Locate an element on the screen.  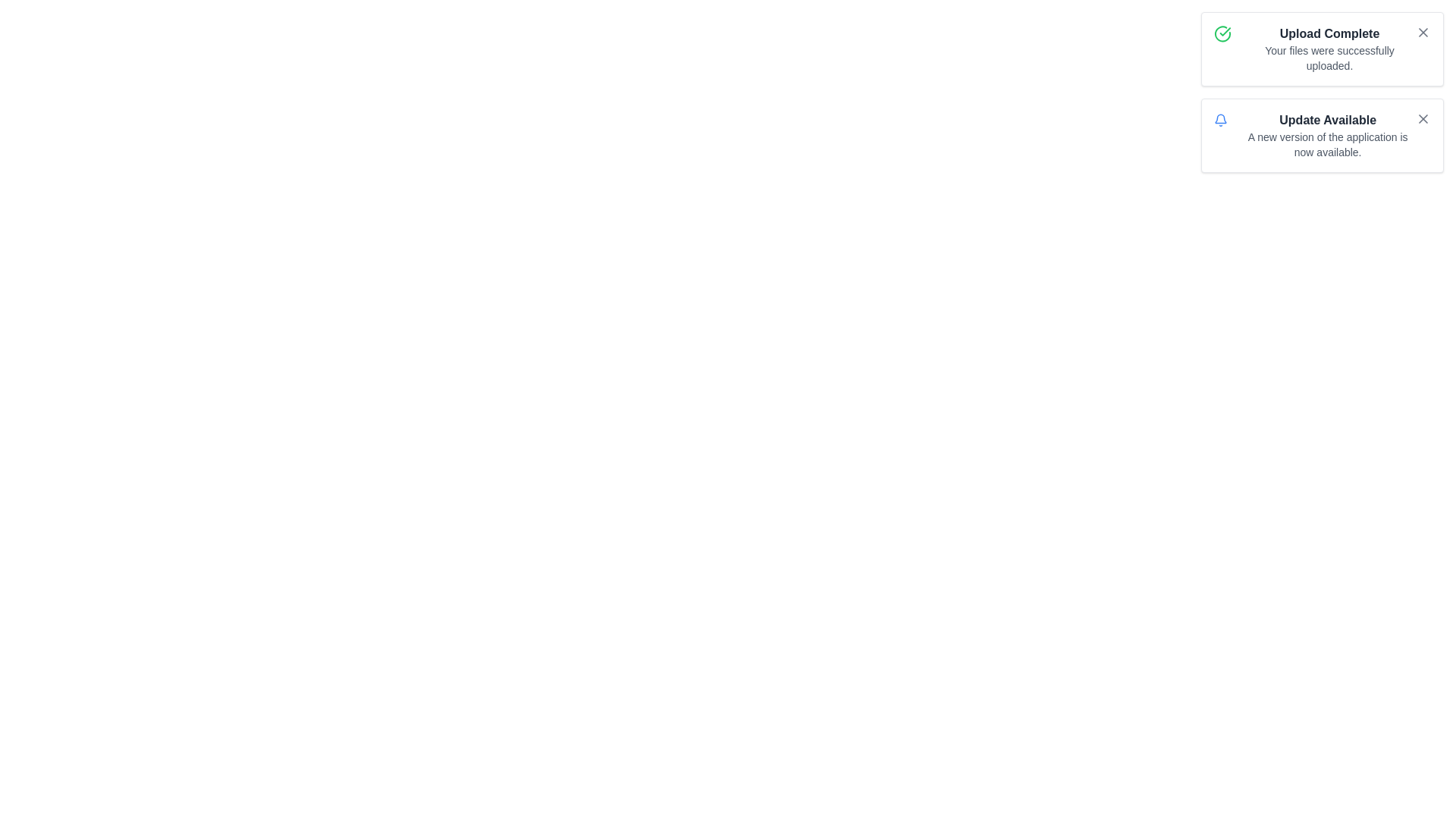
the small interactive 'X' icon button located at the top-right corner of the 'Update Available' notification card is located at coordinates (1422, 118).